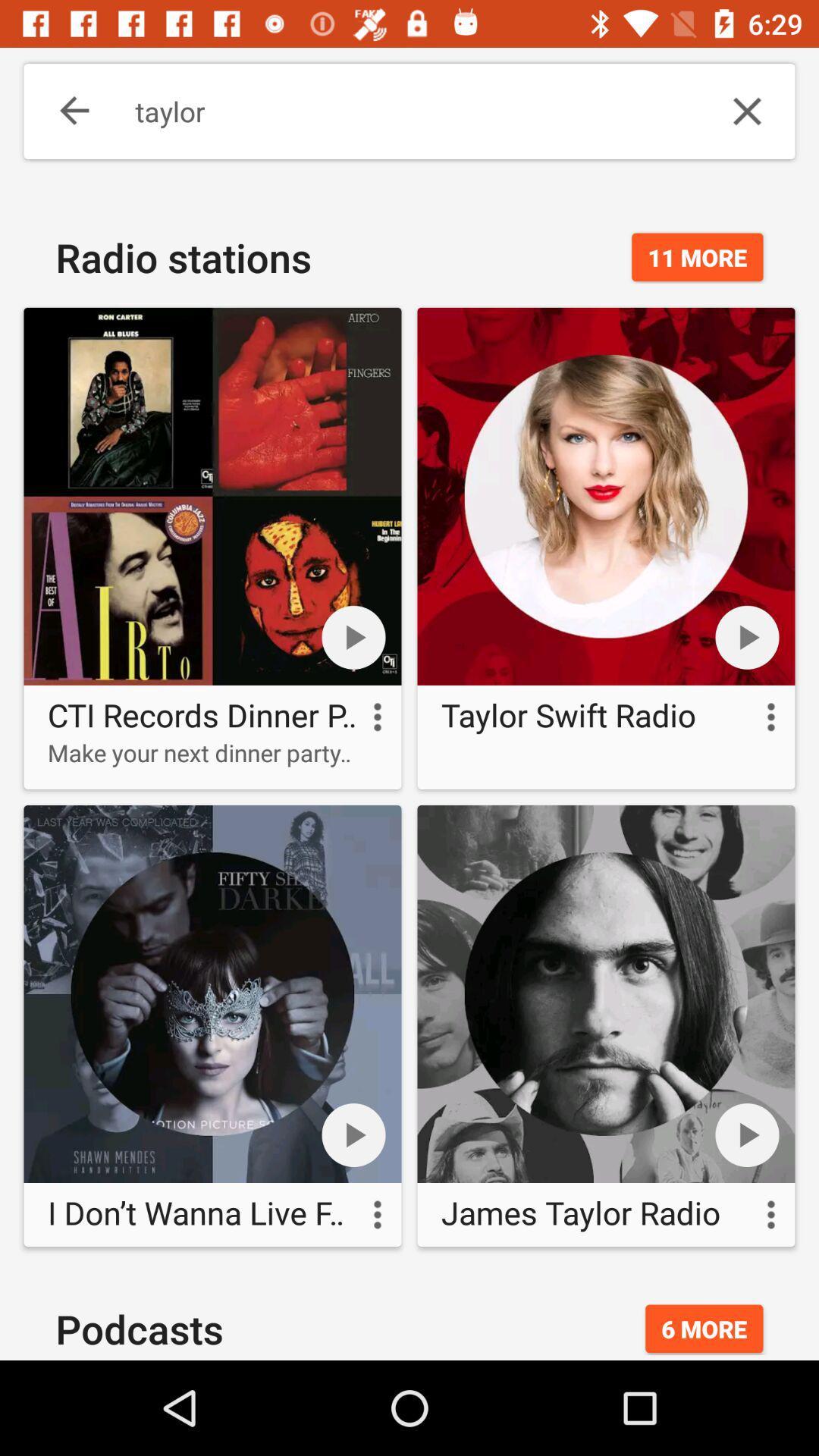 The height and width of the screenshot is (1456, 819). I want to click on 11 more icon, so click(697, 257).